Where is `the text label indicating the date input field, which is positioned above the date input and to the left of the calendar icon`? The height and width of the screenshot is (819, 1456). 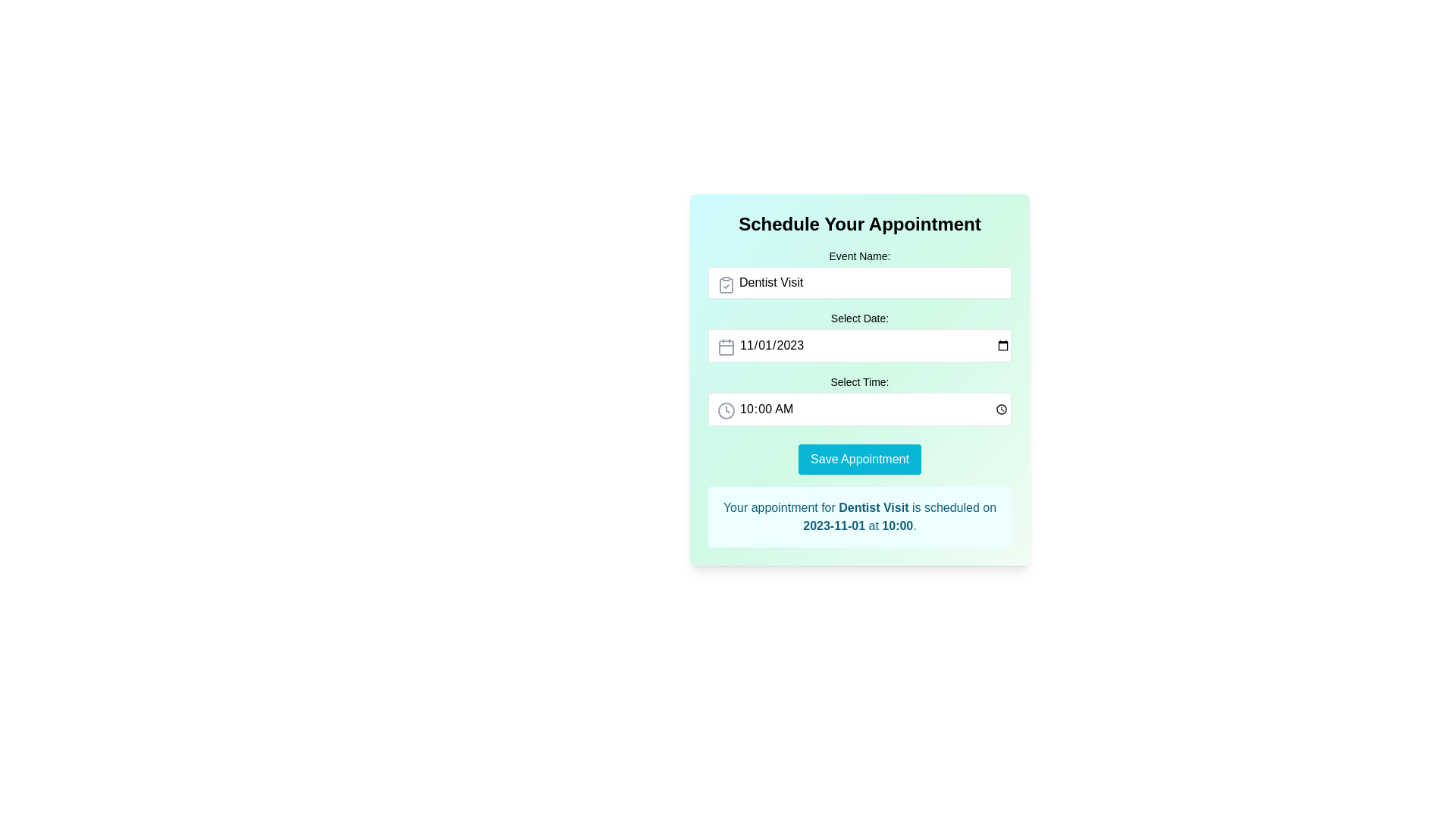 the text label indicating the date input field, which is positioned above the date input and to the left of the calendar icon is located at coordinates (859, 318).